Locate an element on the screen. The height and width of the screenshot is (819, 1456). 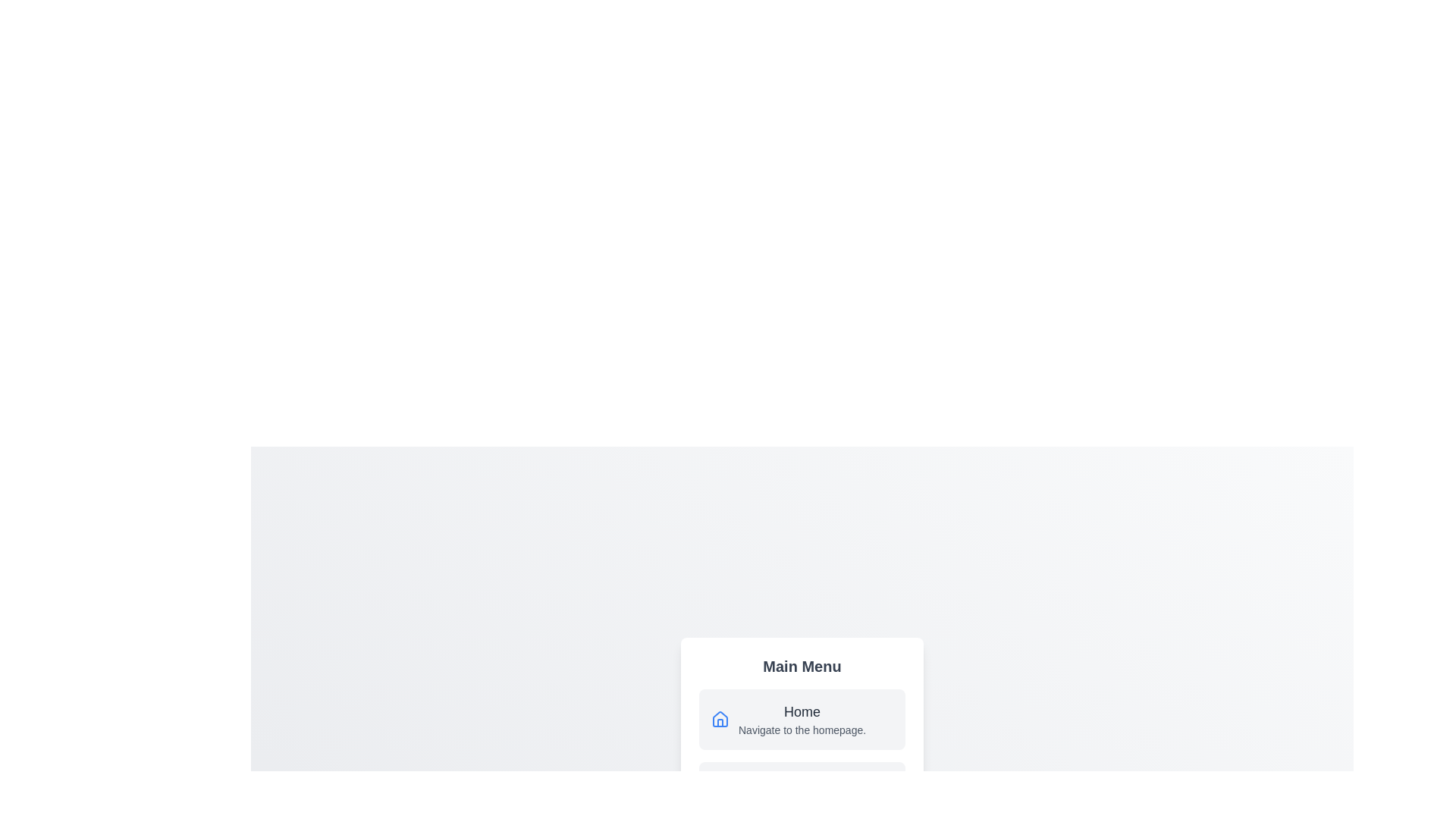
the 'Main Menu' title is located at coordinates (801, 666).